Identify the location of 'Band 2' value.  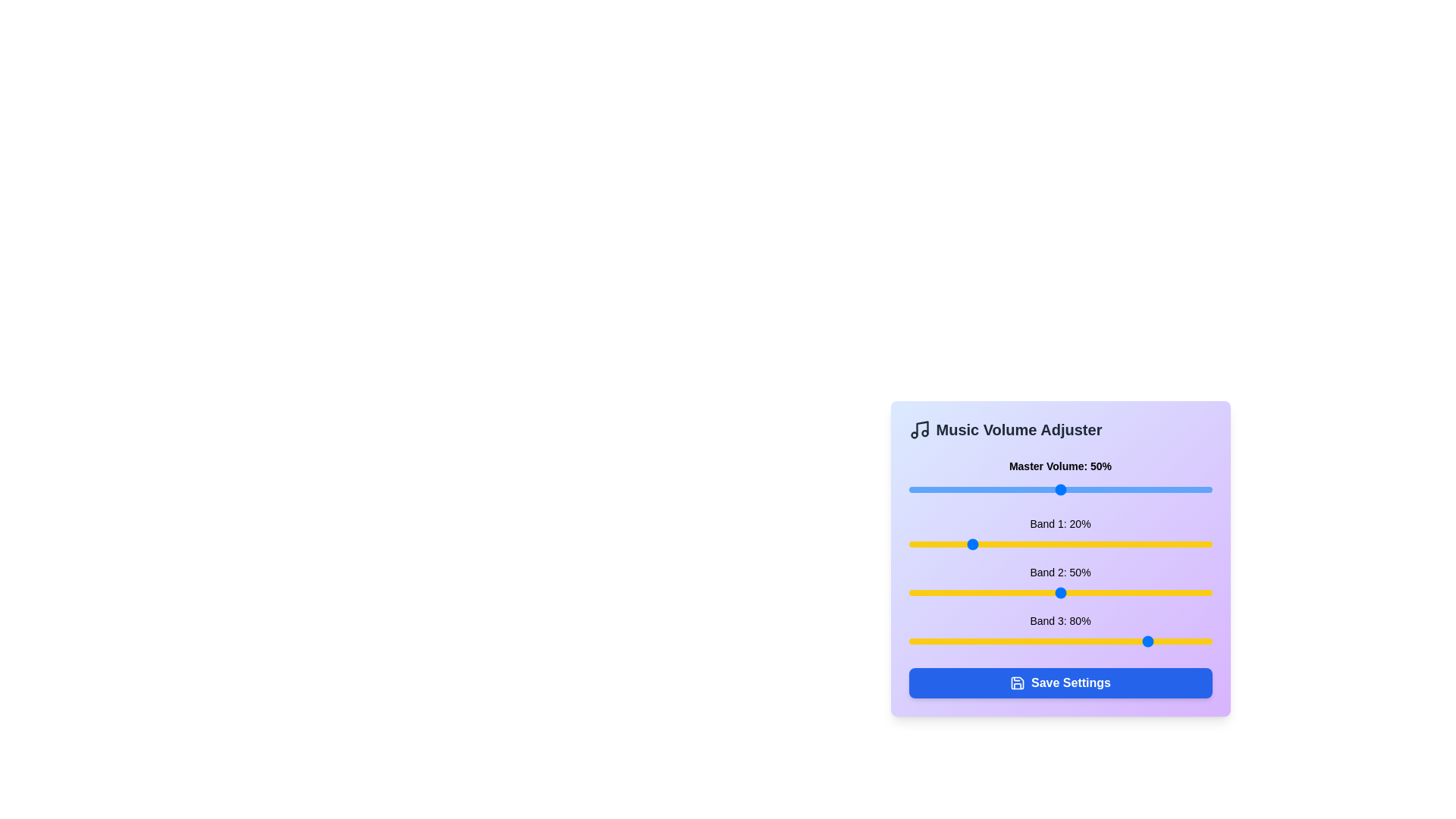
(914, 592).